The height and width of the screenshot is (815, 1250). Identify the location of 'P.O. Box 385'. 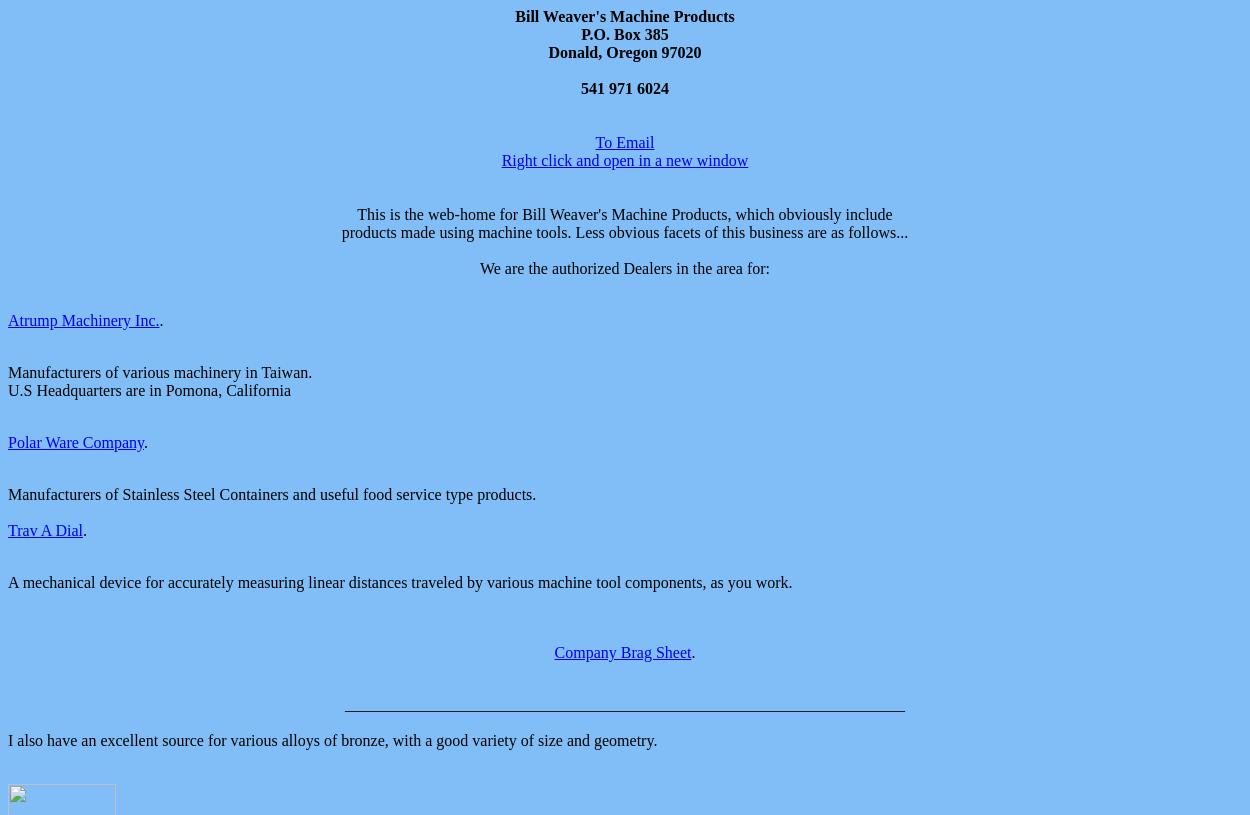
(580, 33).